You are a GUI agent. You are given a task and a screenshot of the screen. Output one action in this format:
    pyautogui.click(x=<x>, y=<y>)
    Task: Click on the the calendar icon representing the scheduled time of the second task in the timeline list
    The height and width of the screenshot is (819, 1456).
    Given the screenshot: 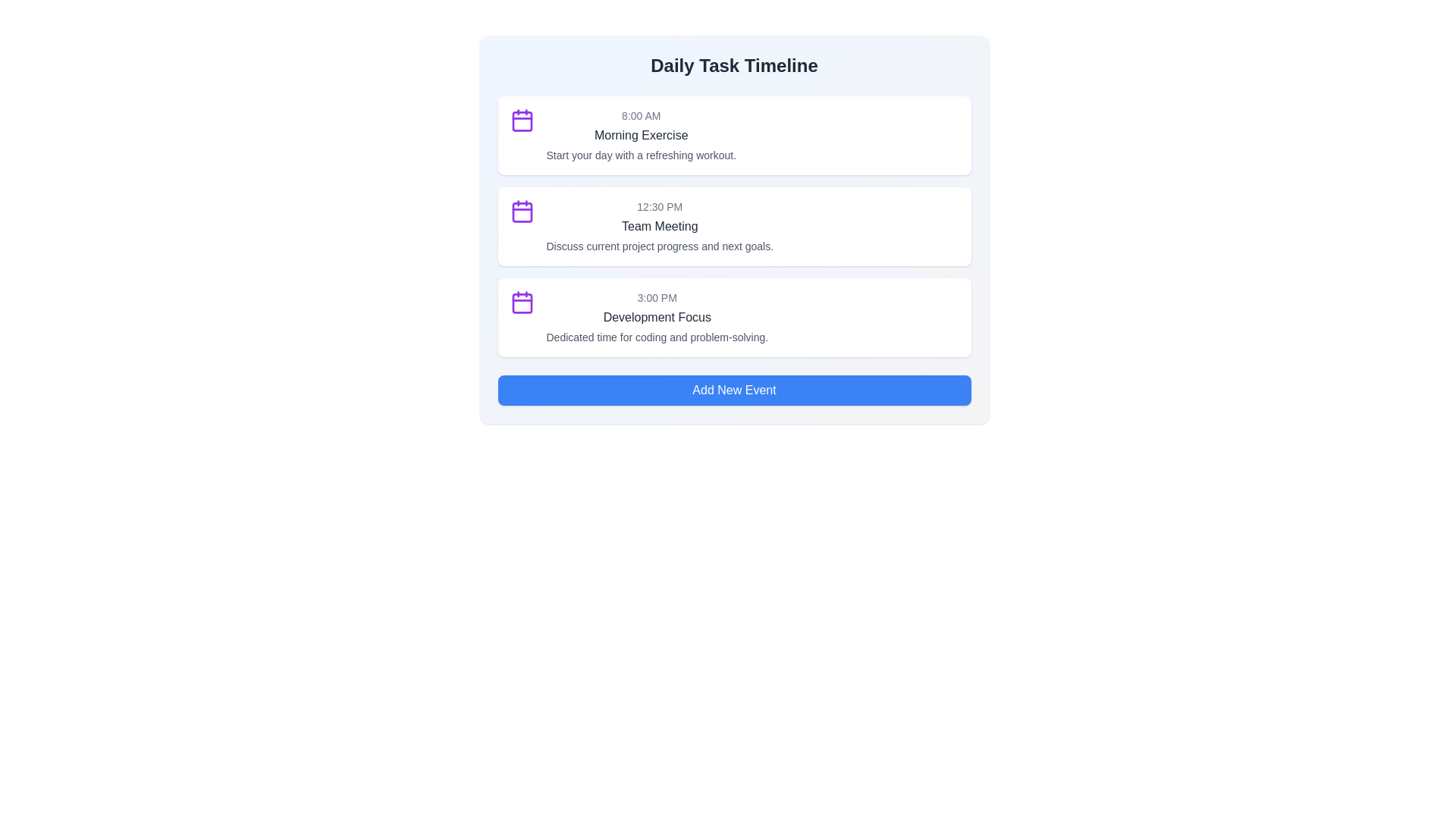 What is the action you would take?
    pyautogui.click(x=522, y=212)
    